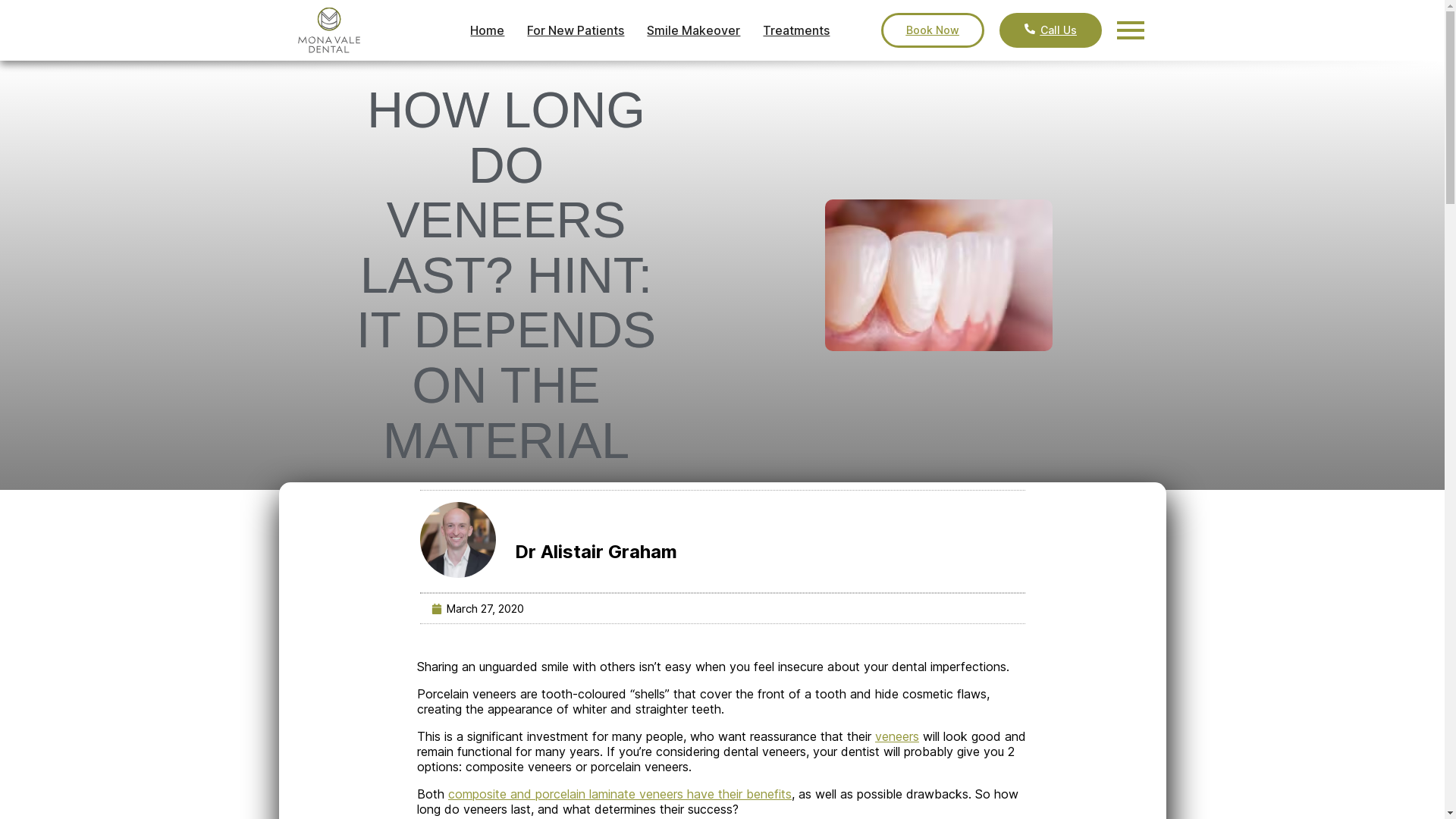  What do you see at coordinates (931, 30) in the screenshot?
I see `'Book Now'` at bounding box center [931, 30].